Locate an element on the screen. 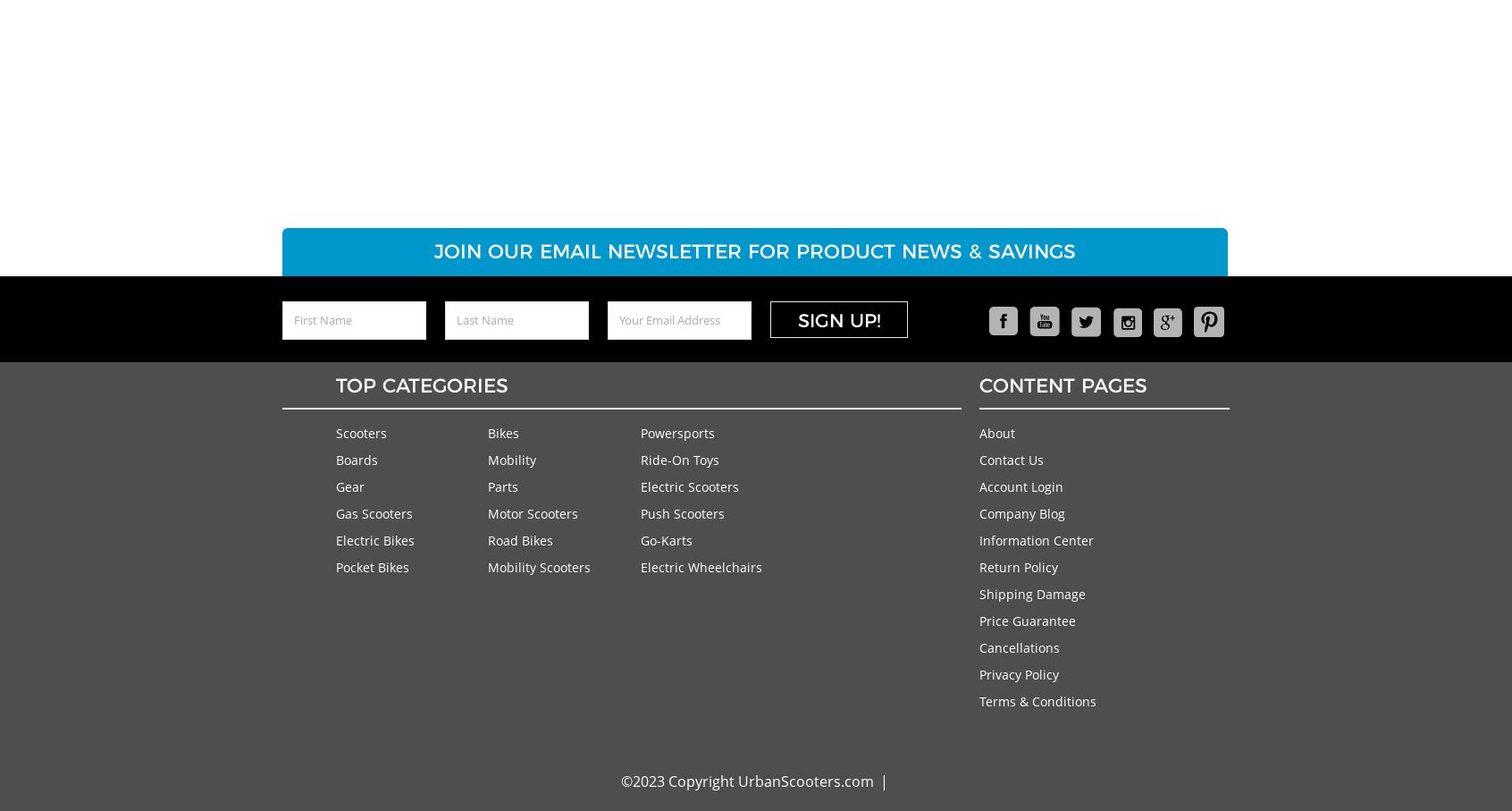 This screenshot has width=1512, height=811. 'Privacy Policy' is located at coordinates (1018, 672).